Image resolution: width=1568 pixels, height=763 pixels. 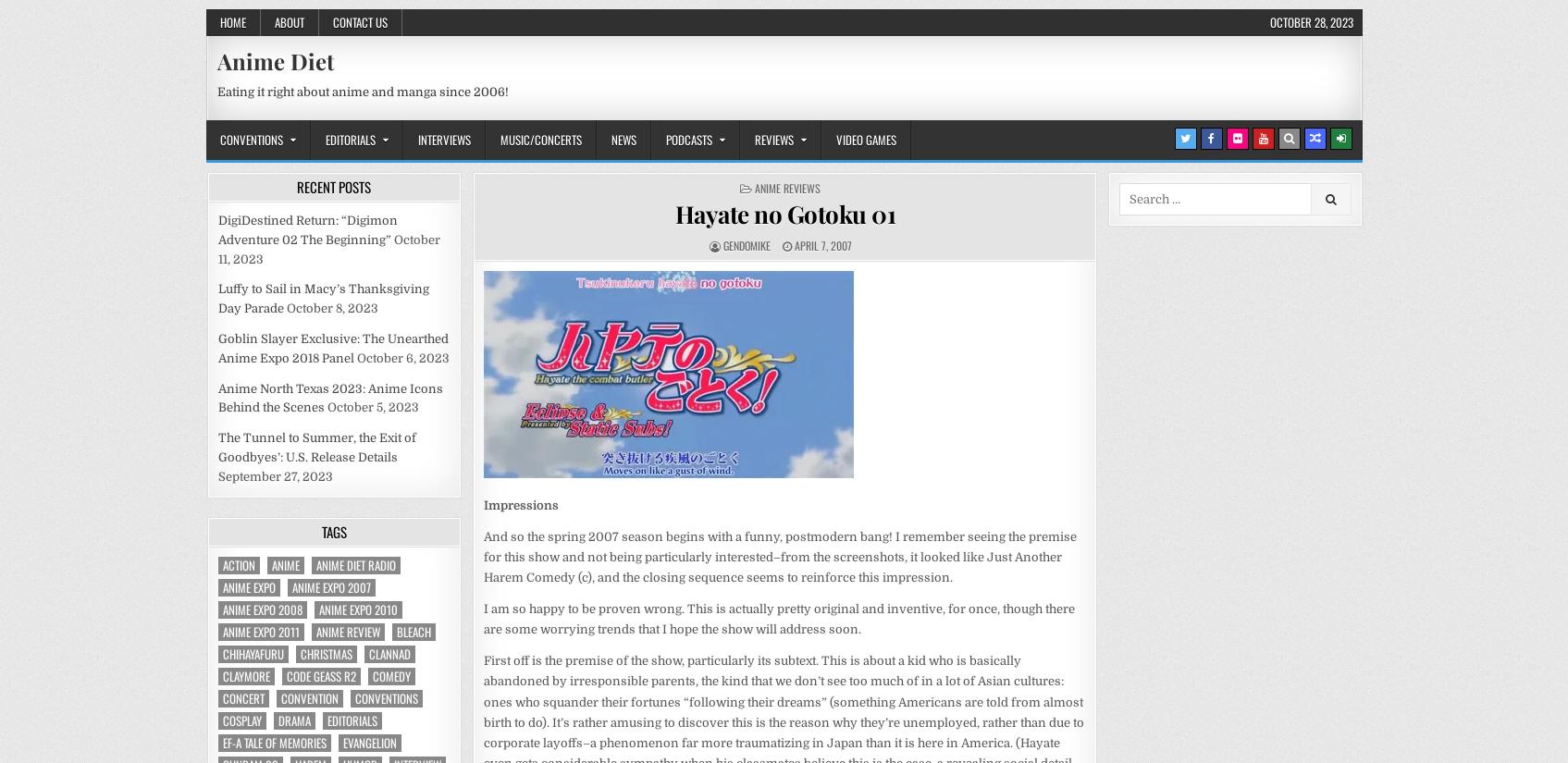 What do you see at coordinates (274, 474) in the screenshot?
I see `'September 27, 2023'` at bounding box center [274, 474].